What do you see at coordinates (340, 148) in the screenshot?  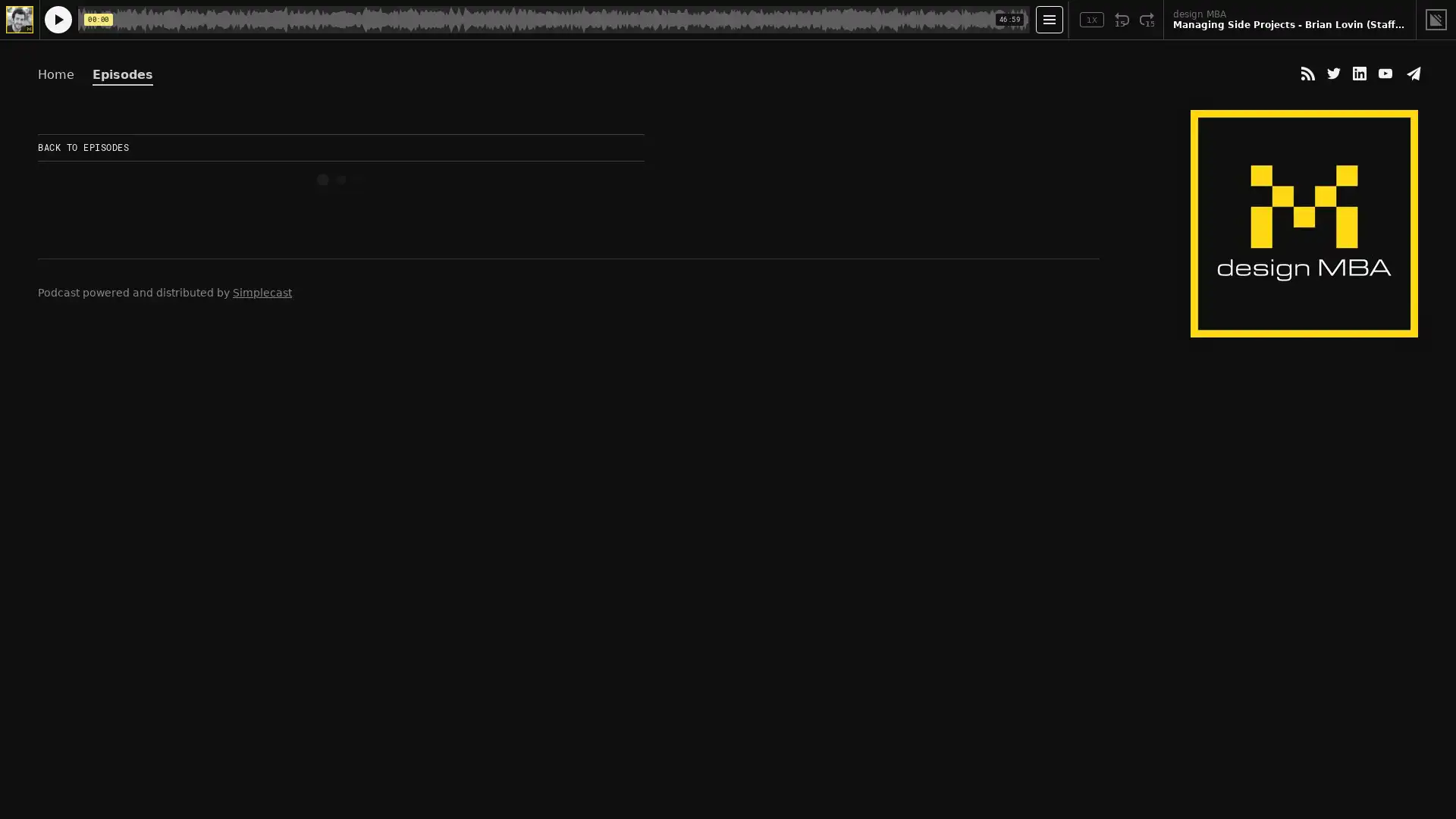 I see `BACK TO EPISODES` at bounding box center [340, 148].